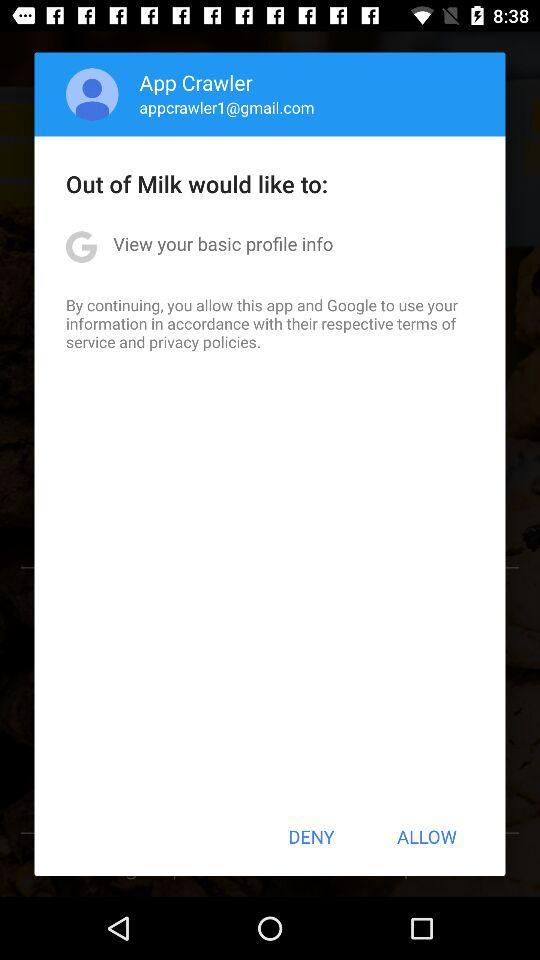 This screenshot has height=960, width=540. What do you see at coordinates (311, 836) in the screenshot?
I see `the item at the bottom` at bounding box center [311, 836].